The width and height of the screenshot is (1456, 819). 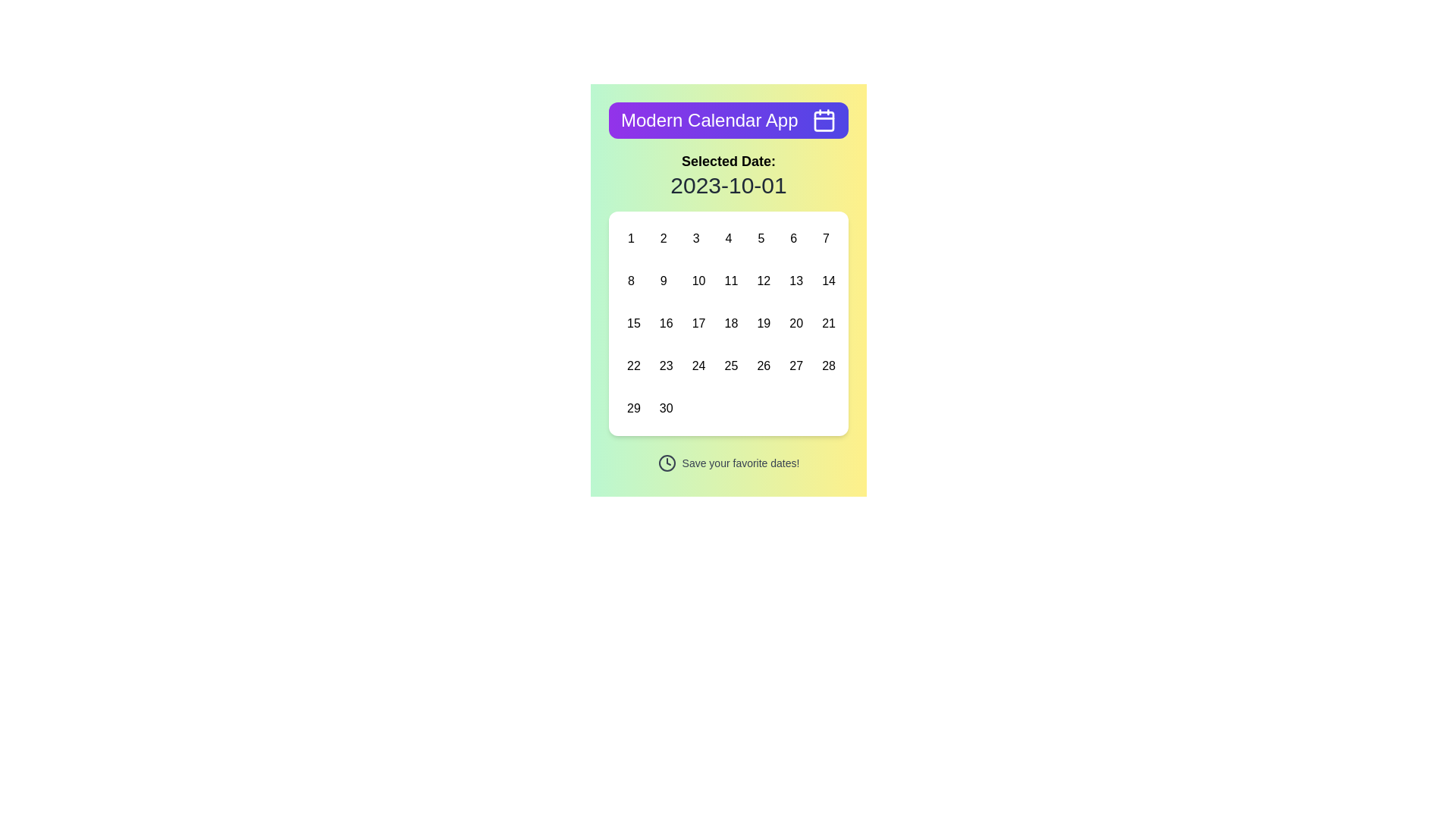 I want to click on the SVG circle element that serves as the boundary of the clock icon, which is located in the bottom section of the interface, below the calendar grid and above the text 'Save your favorite dates!', so click(x=667, y=462).